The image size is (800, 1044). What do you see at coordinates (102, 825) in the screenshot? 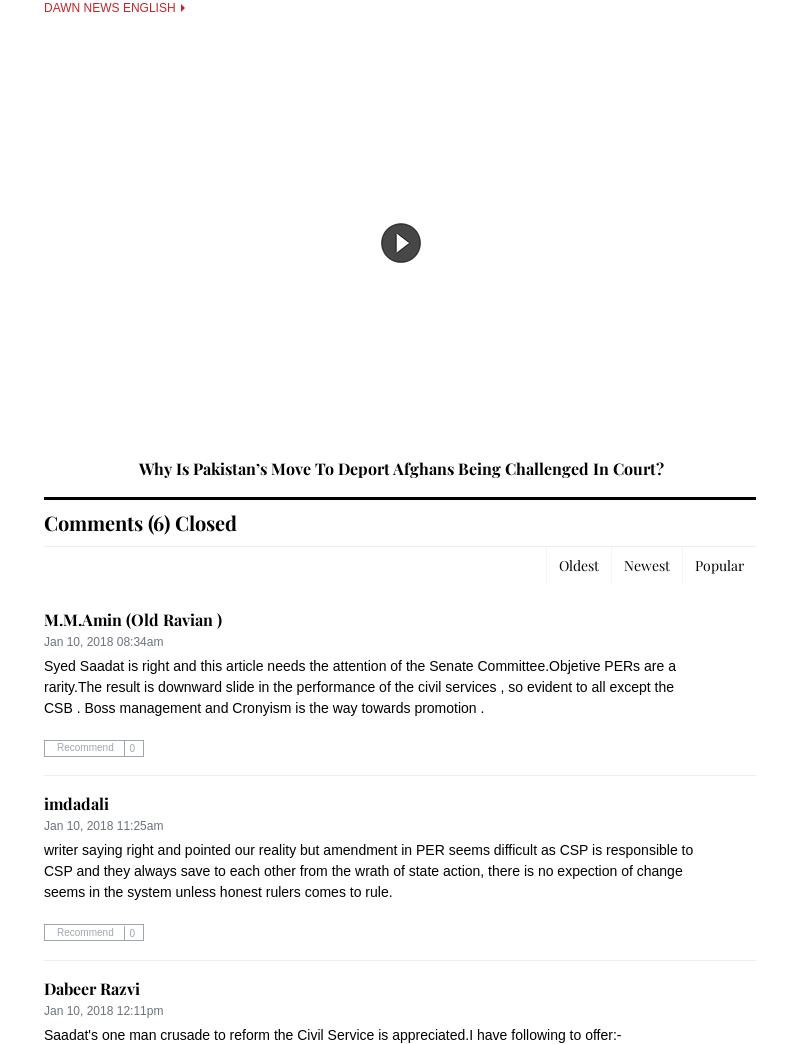
I see `'Jan 10, 2018 11:25am'` at bounding box center [102, 825].